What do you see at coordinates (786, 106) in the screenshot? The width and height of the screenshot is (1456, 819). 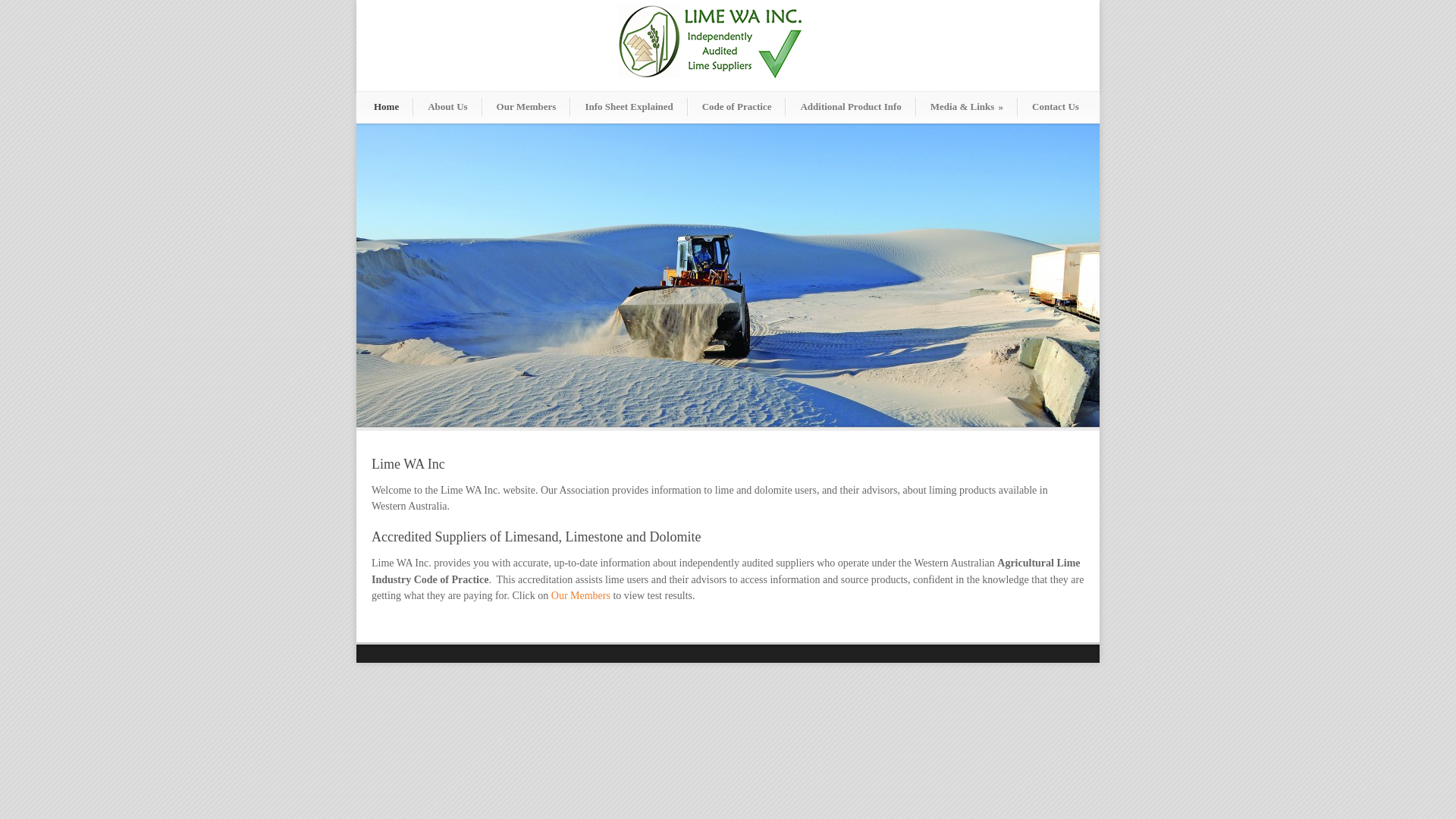 I see `'Additional Product Info'` at bounding box center [786, 106].